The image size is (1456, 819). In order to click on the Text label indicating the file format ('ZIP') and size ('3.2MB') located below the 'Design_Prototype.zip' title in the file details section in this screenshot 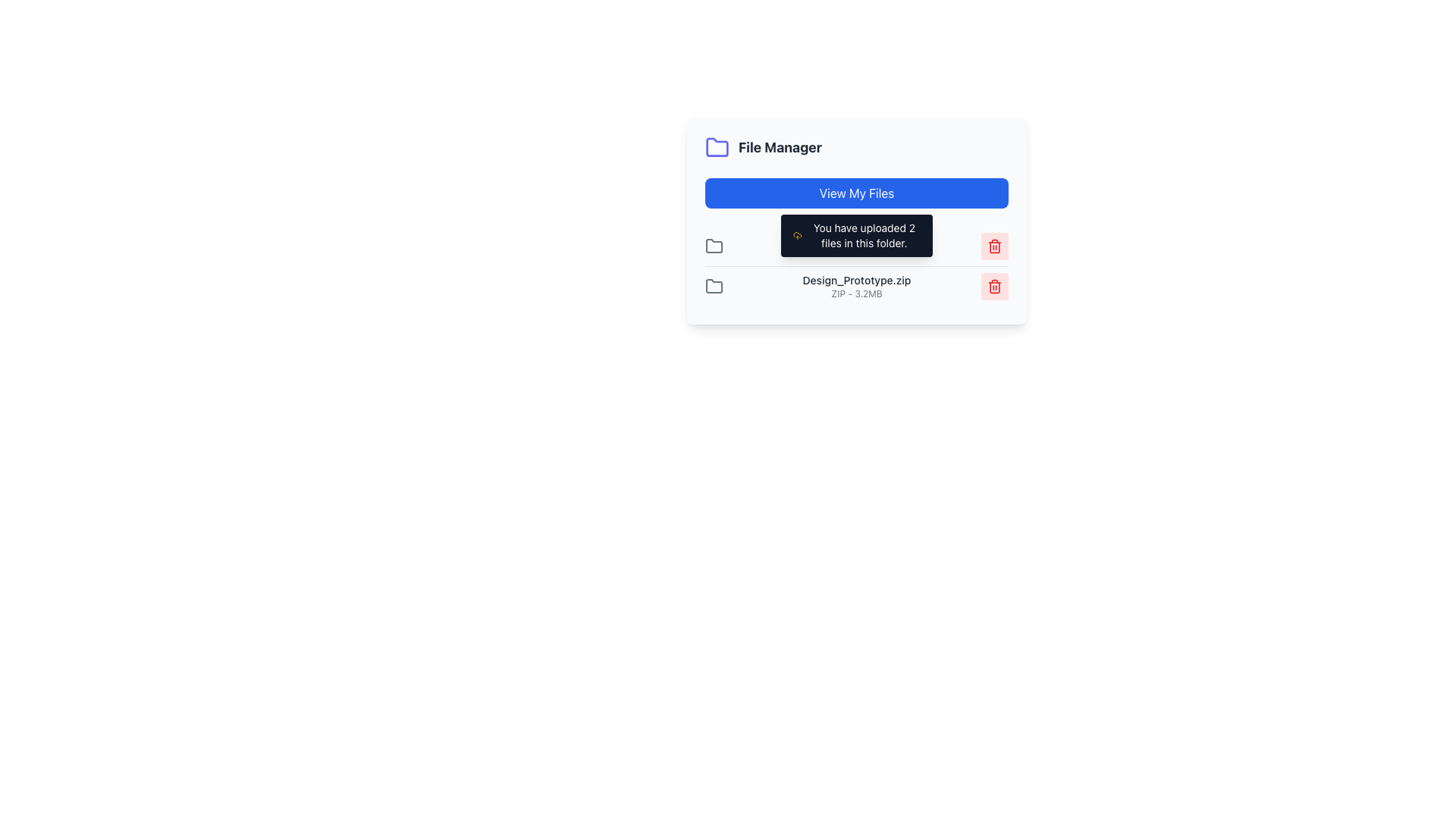, I will do `click(856, 294)`.